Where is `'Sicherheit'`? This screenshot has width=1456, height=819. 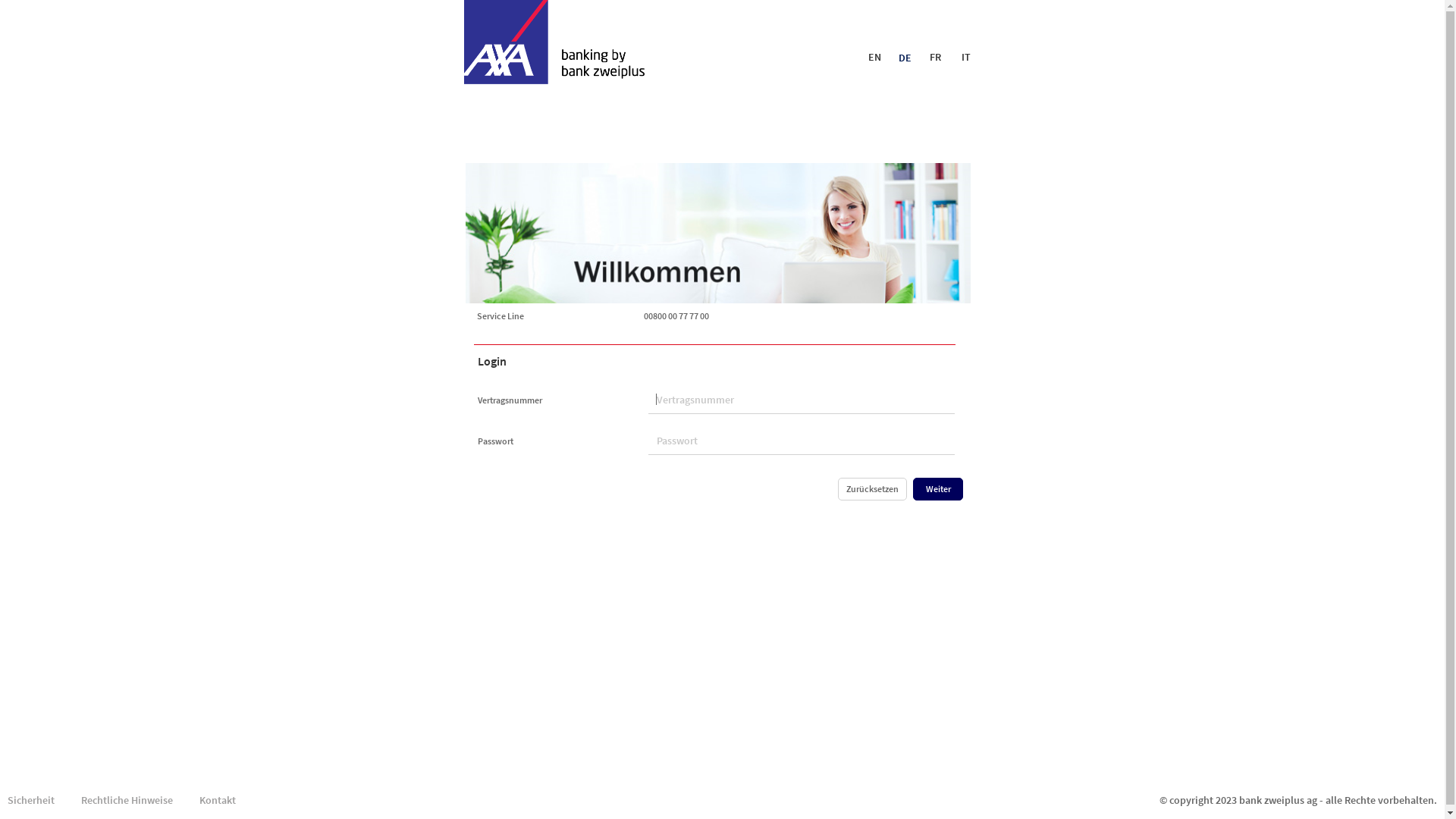 'Sicherheit' is located at coordinates (0, 799).